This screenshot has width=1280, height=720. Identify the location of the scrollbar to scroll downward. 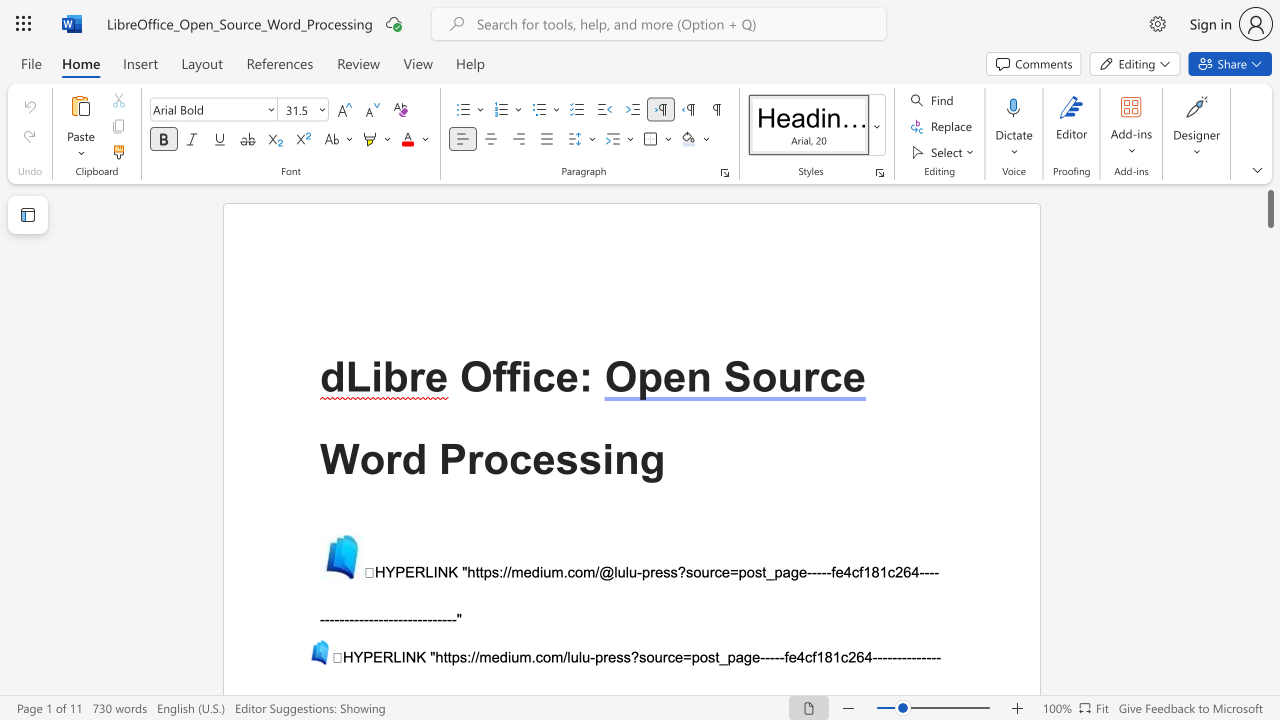
(1269, 228).